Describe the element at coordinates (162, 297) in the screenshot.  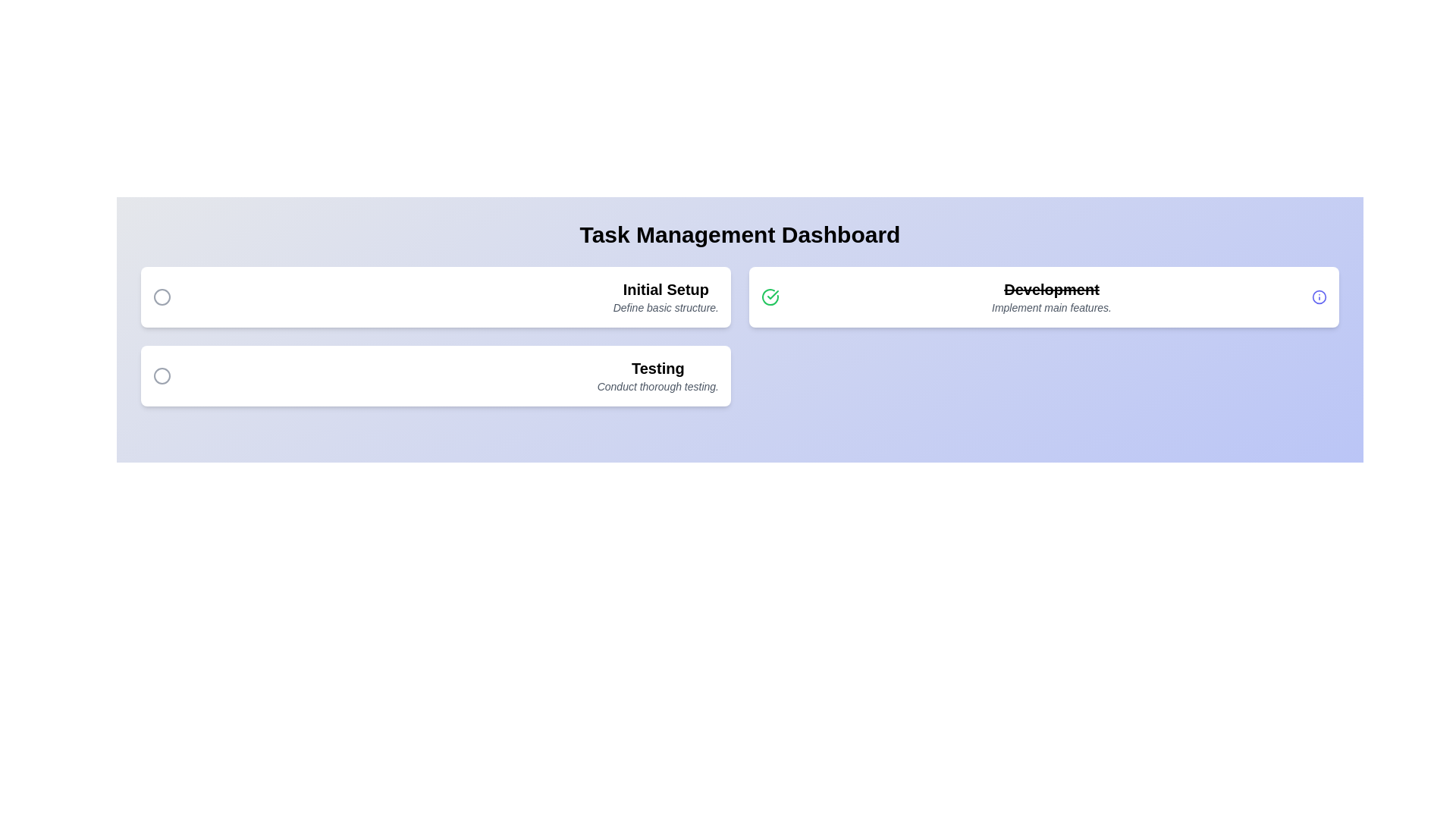
I see `the toggle button for task 1` at that location.